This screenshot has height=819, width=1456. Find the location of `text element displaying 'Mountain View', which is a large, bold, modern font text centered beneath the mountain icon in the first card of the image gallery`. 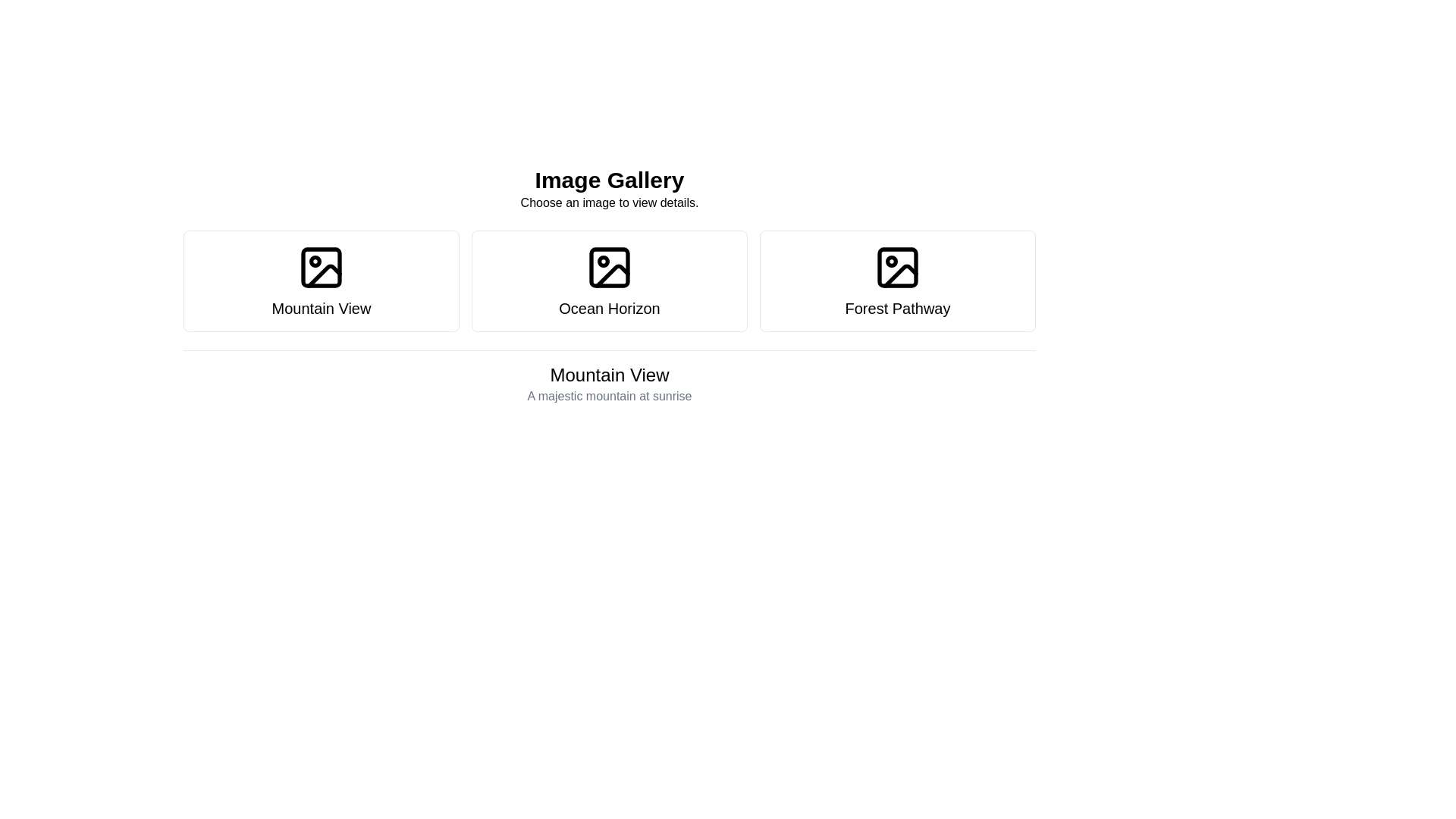

text element displaying 'Mountain View', which is a large, bold, modern font text centered beneath the mountain icon in the first card of the image gallery is located at coordinates (320, 308).